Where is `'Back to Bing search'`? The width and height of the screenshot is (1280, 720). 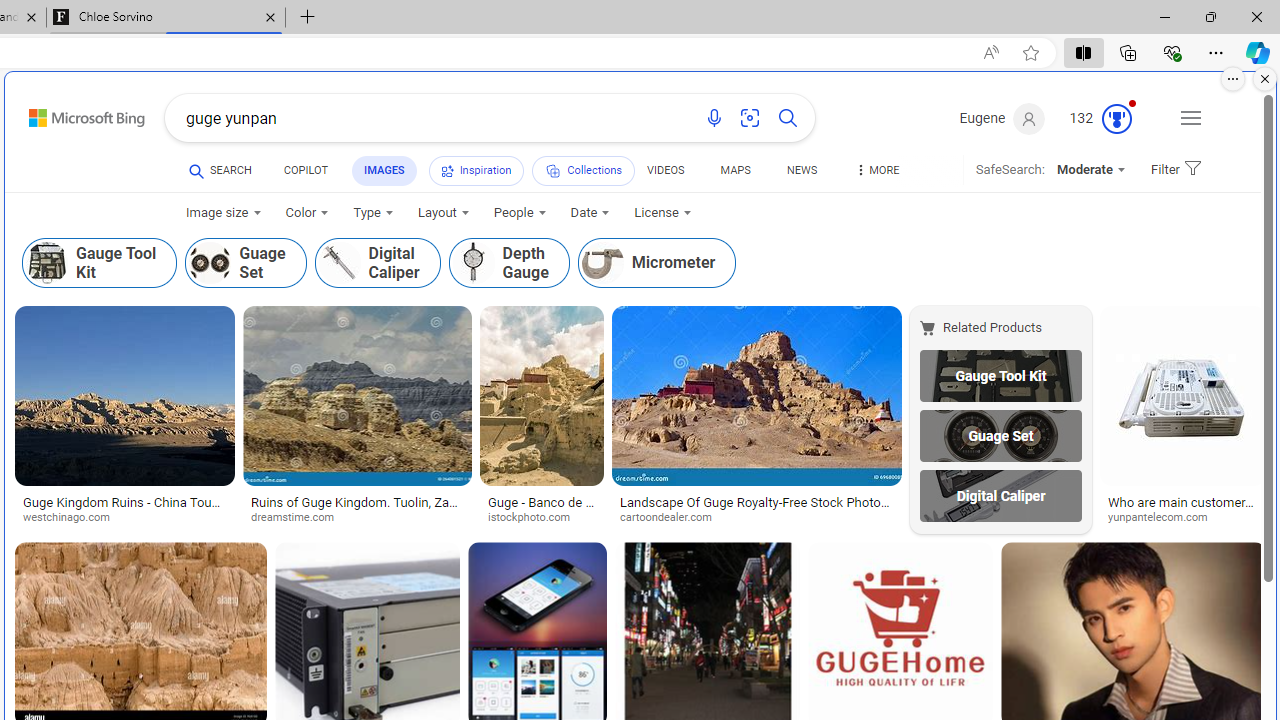
'Back to Bing search' is located at coordinates (74, 114).